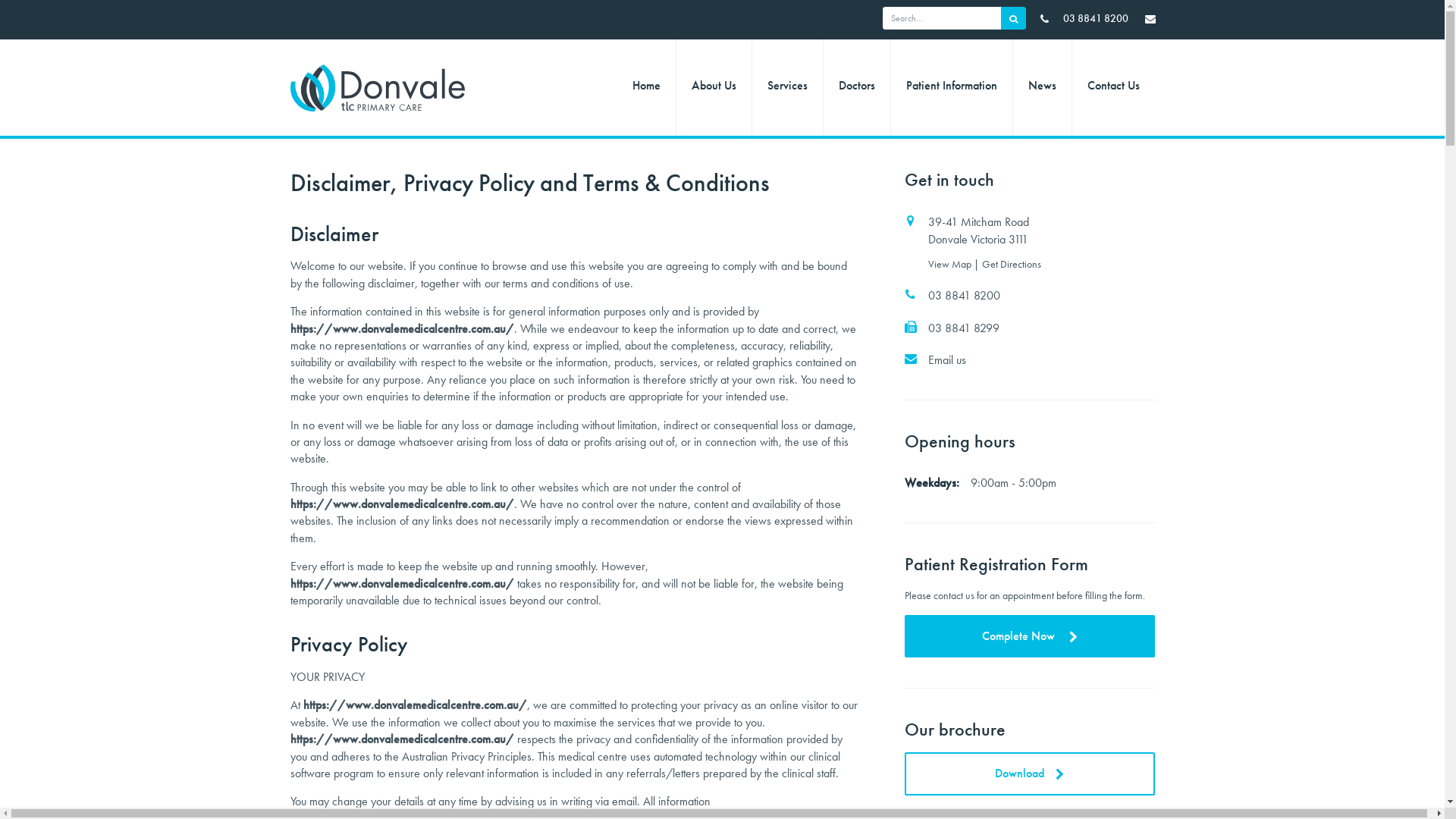 Image resolution: width=1456 pixels, height=819 pixels. I want to click on 'View Map', so click(949, 262).